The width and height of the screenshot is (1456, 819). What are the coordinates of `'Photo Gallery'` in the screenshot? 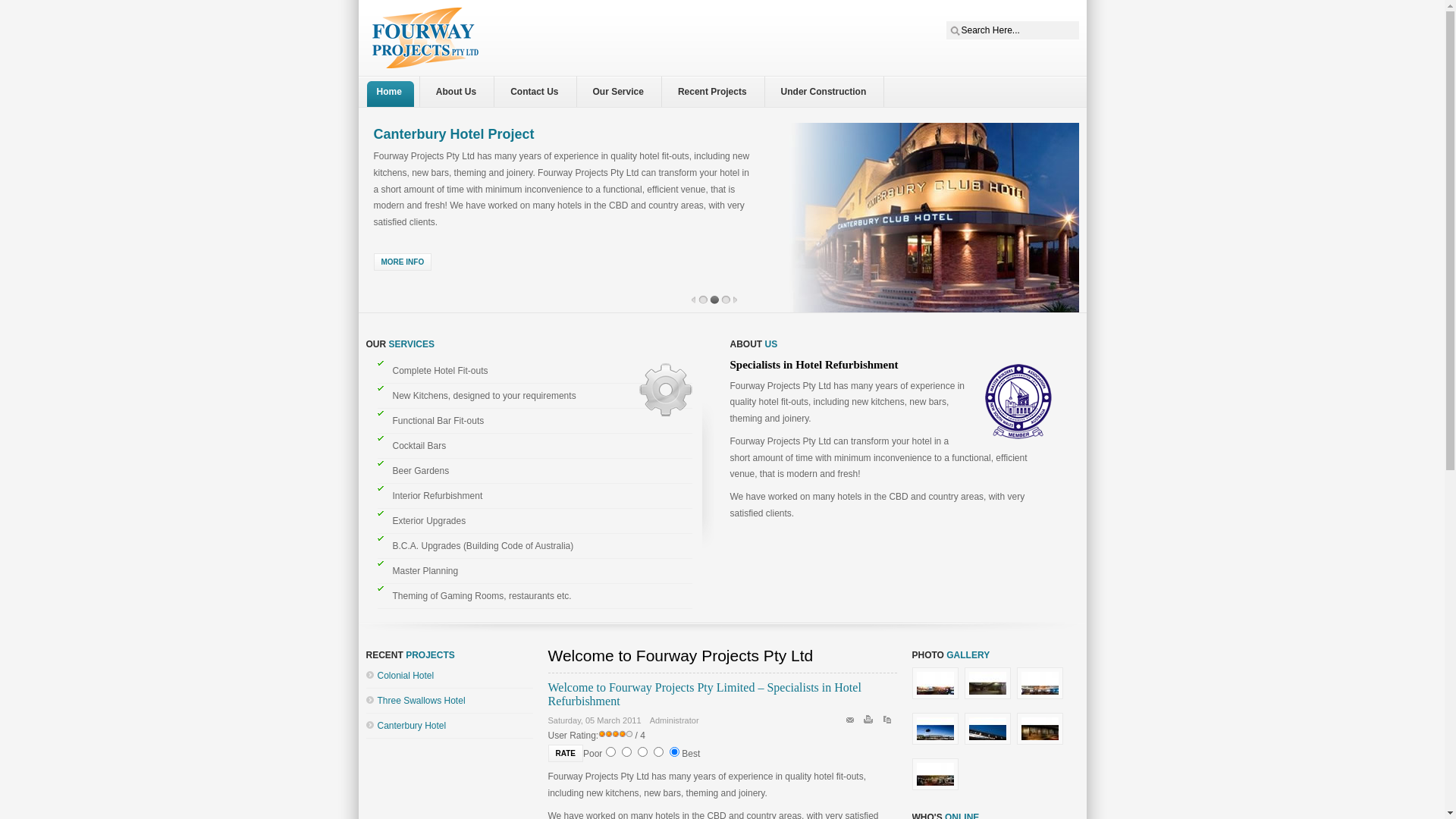 It's located at (935, 789).